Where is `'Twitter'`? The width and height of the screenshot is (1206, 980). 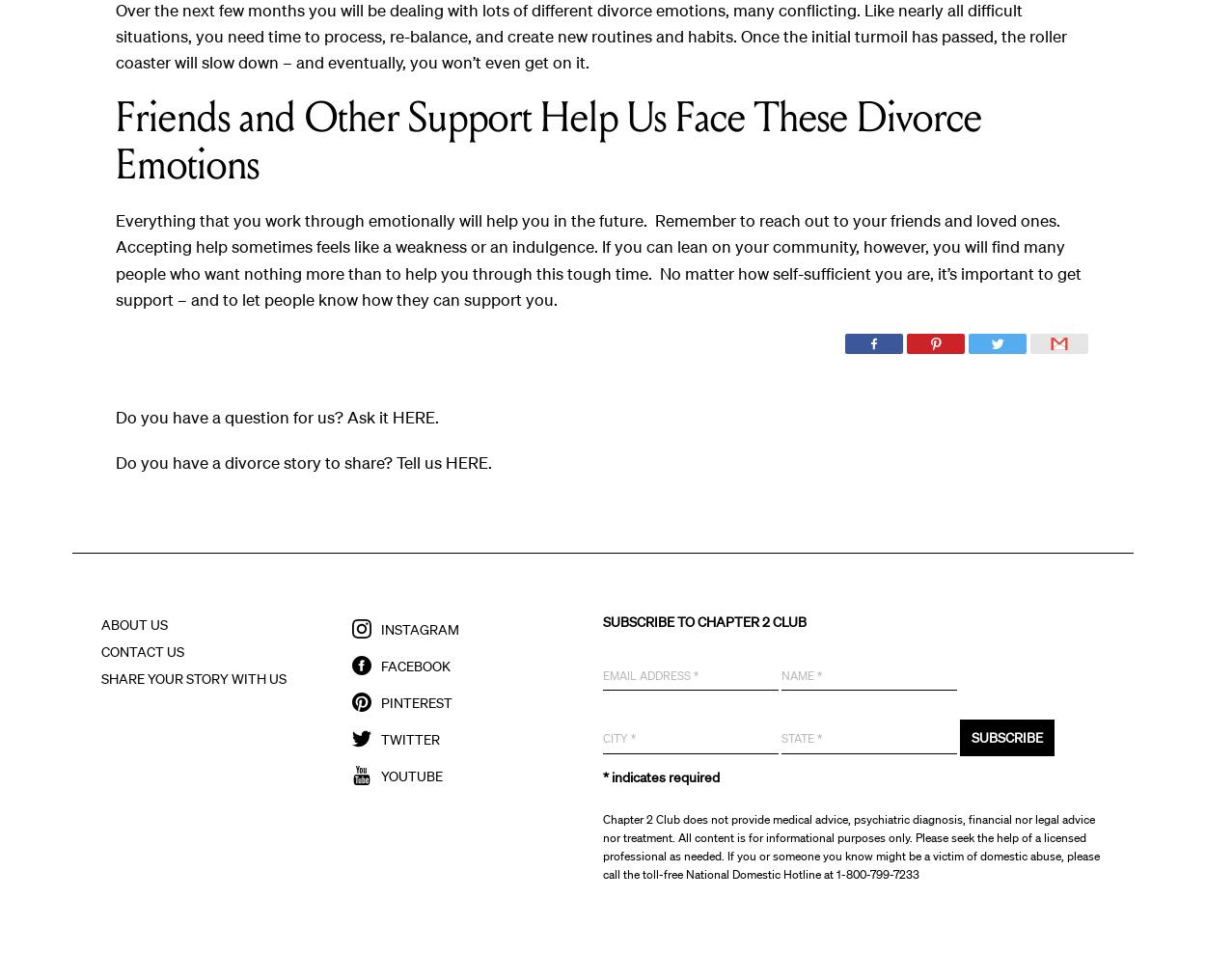 'Twitter' is located at coordinates (410, 738).